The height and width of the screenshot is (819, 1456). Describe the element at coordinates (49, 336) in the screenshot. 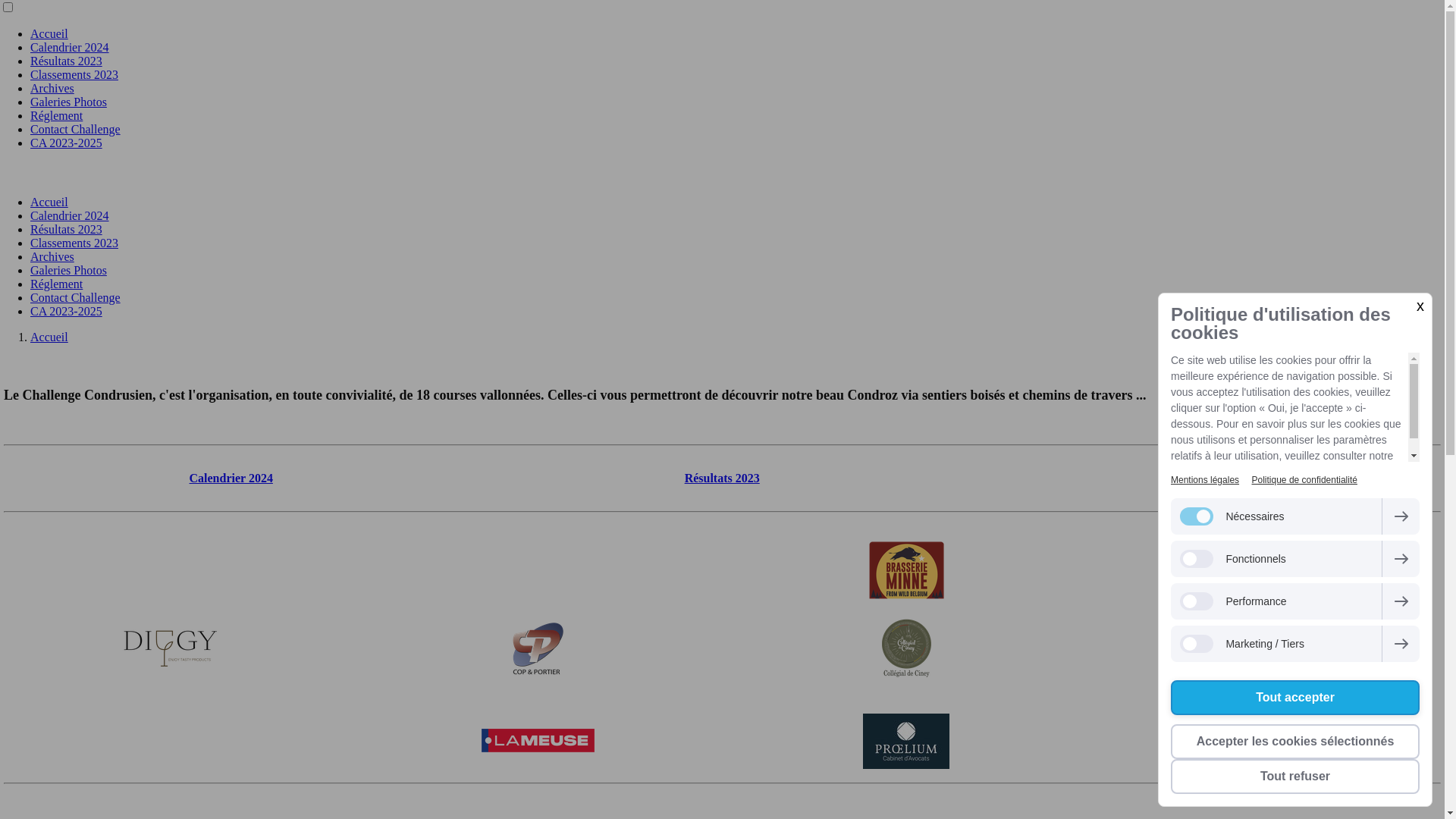

I see `'Accueil'` at that location.